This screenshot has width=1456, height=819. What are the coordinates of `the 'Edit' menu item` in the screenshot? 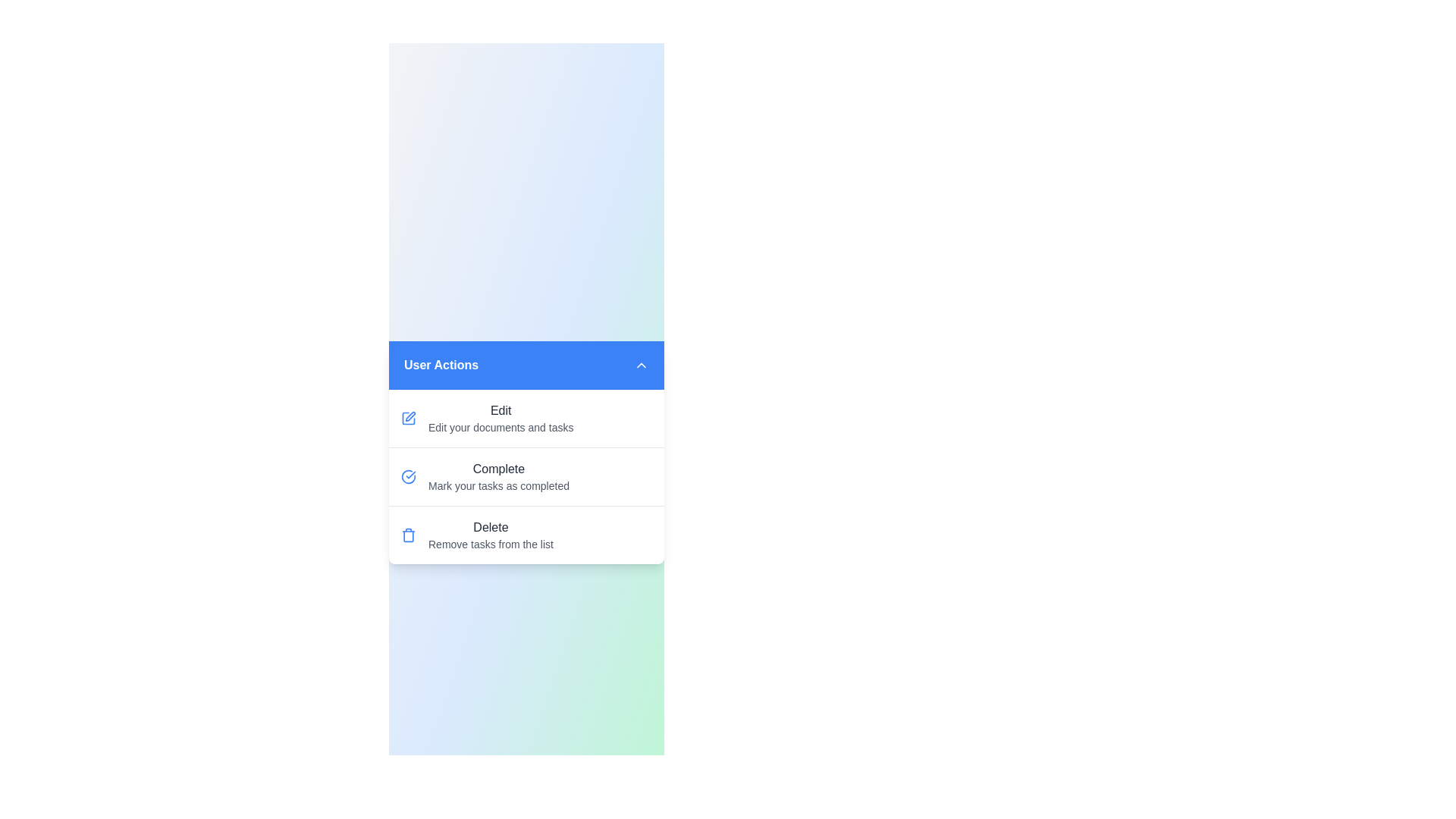 It's located at (526, 418).